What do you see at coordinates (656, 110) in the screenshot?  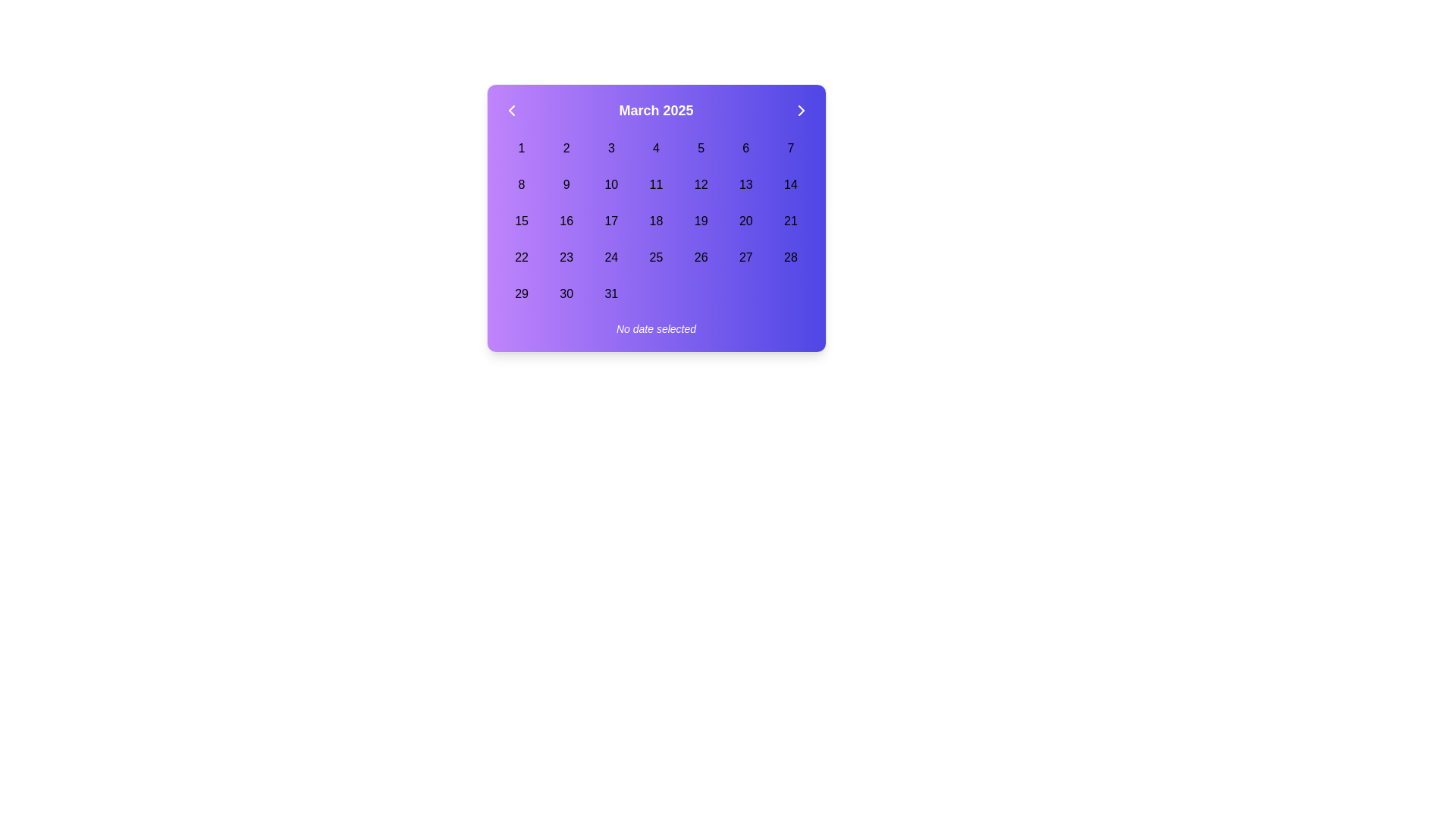 I see `text content of the text label displaying 'March 2025', which is styled with a bold font and centered between two arrow icons on a gradient background` at bounding box center [656, 110].